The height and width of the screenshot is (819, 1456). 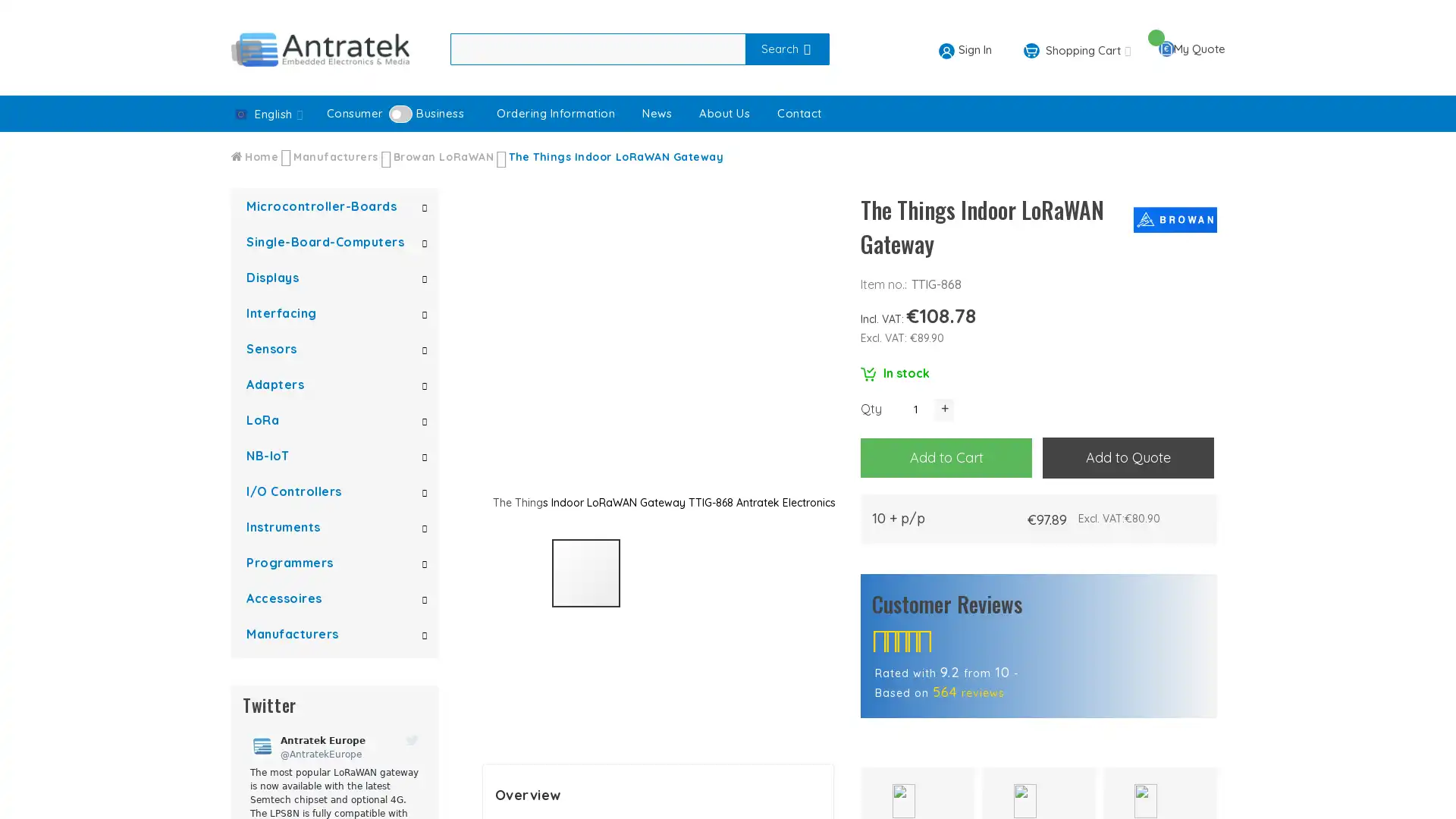 What do you see at coordinates (512, 353) in the screenshot?
I see `Previous` at bounding box center [512, 353].